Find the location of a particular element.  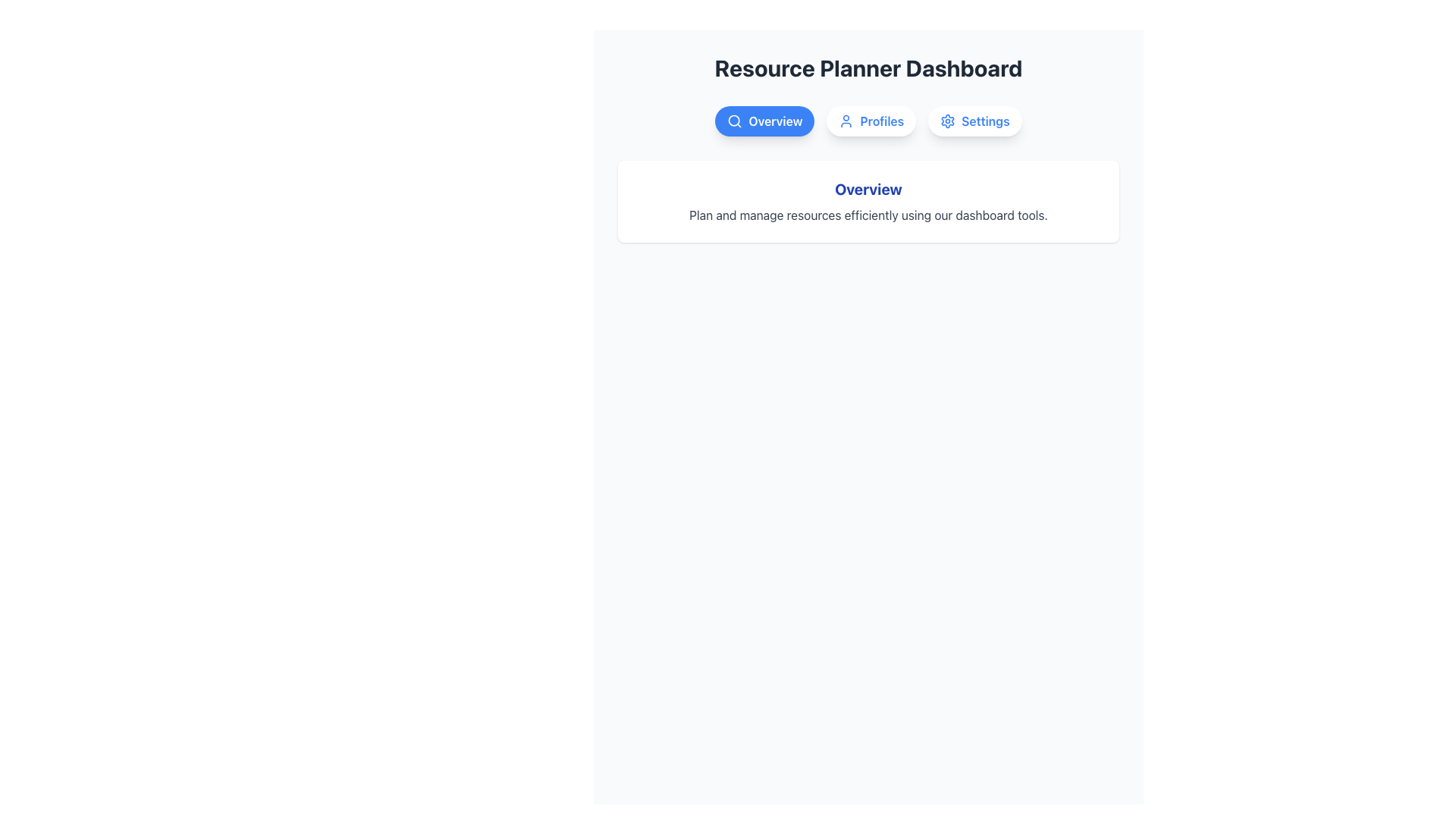

the user profile icon located at the top center of the interface, which is part of a button labeled 'Profiles' positioned between 'Overview' and 'Settings' is located at coordinates (846, 120).